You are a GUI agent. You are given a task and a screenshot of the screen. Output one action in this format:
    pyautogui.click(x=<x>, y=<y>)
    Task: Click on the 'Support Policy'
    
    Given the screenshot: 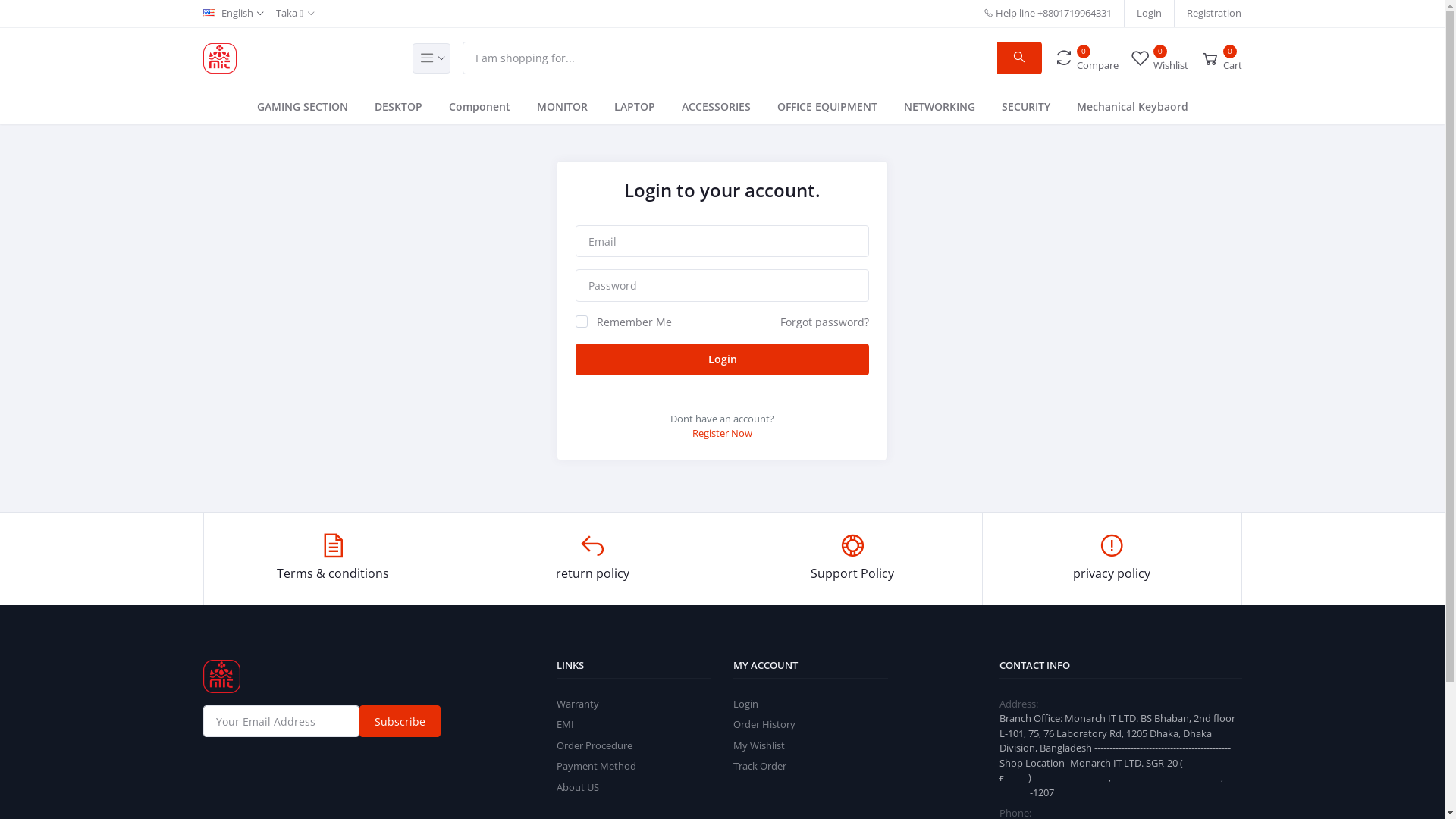 What is the action you would take?
    pyautogui.click(x=852, y=558)
    